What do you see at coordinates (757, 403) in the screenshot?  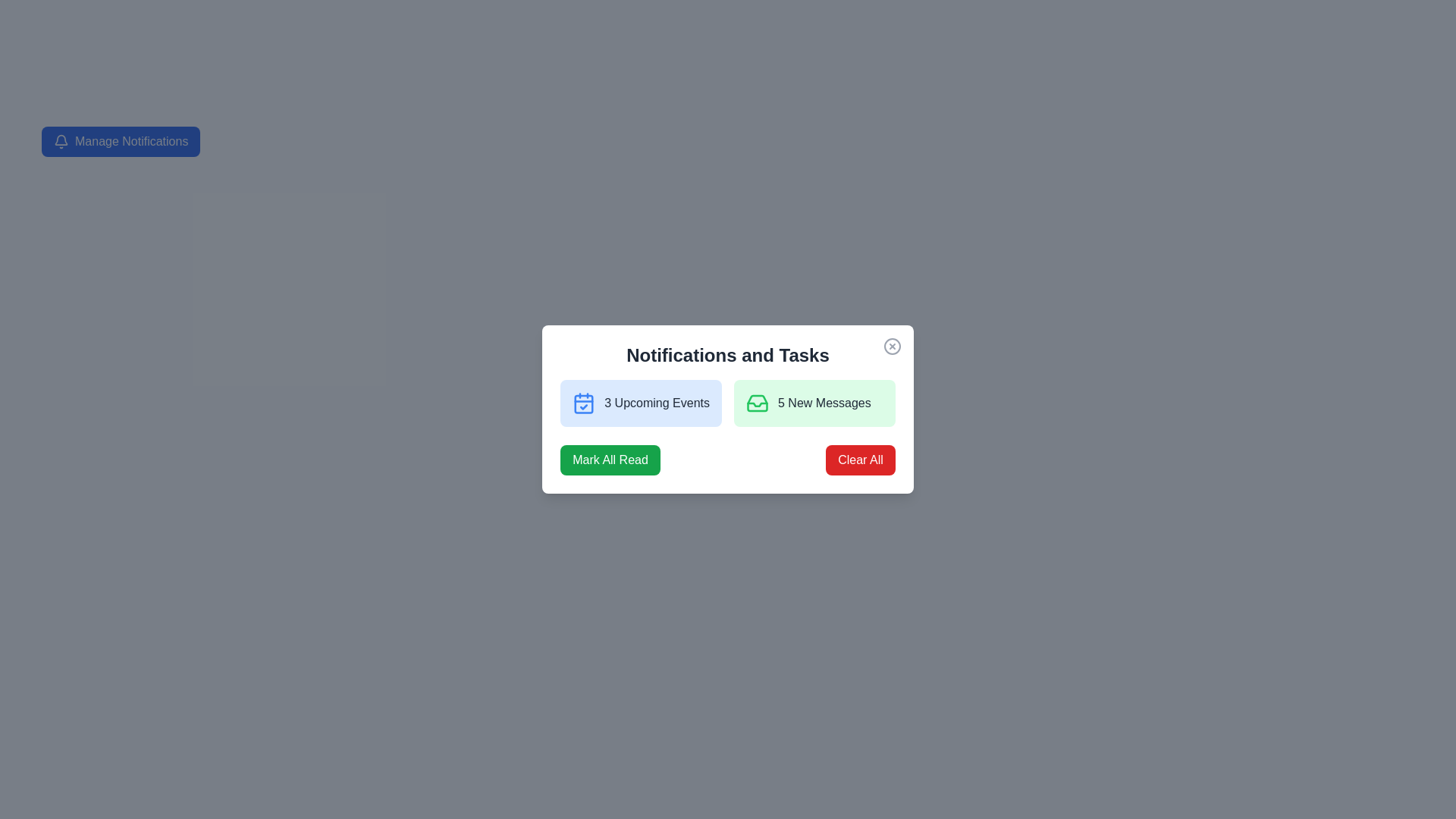 I see `the green rectangular button labeled '5 New Messages' that contains a zigzag or arrow-like SVG shape located at its bottom center` at bounding box center [757, 403].